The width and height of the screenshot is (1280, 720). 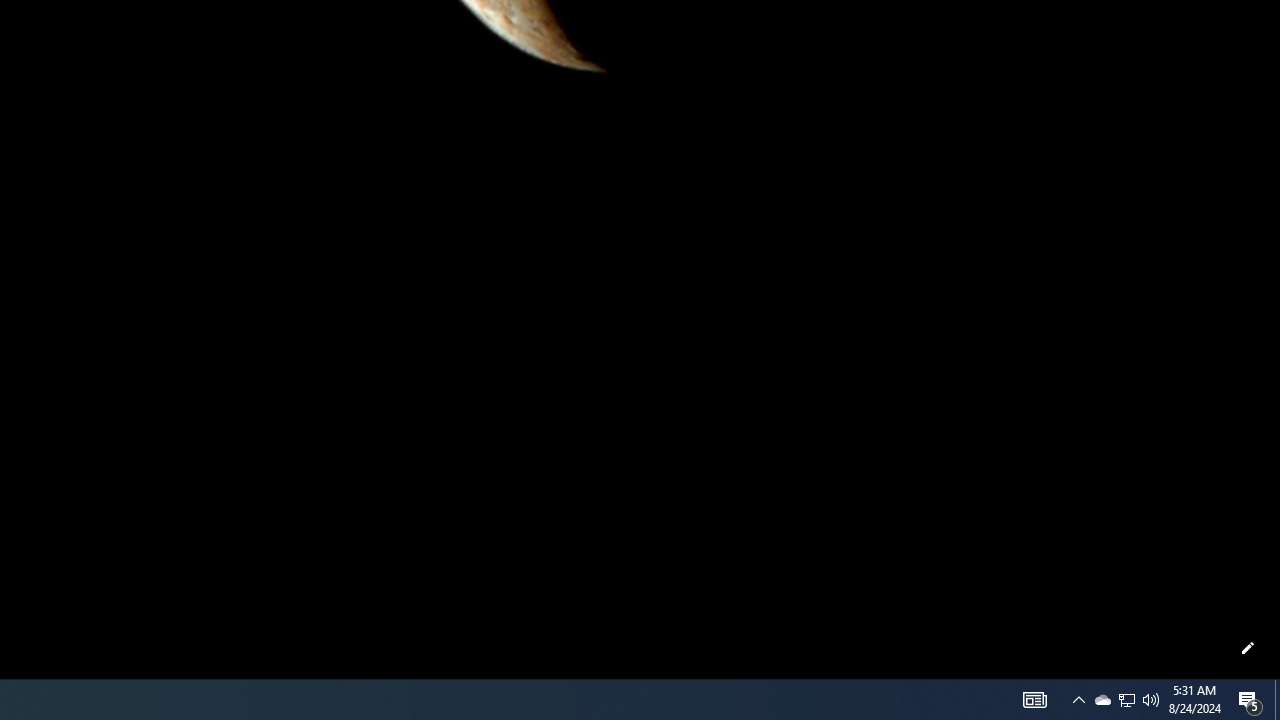 I want to click on 'Action Center, 5 new notifications', so click(x=1250, y=698).